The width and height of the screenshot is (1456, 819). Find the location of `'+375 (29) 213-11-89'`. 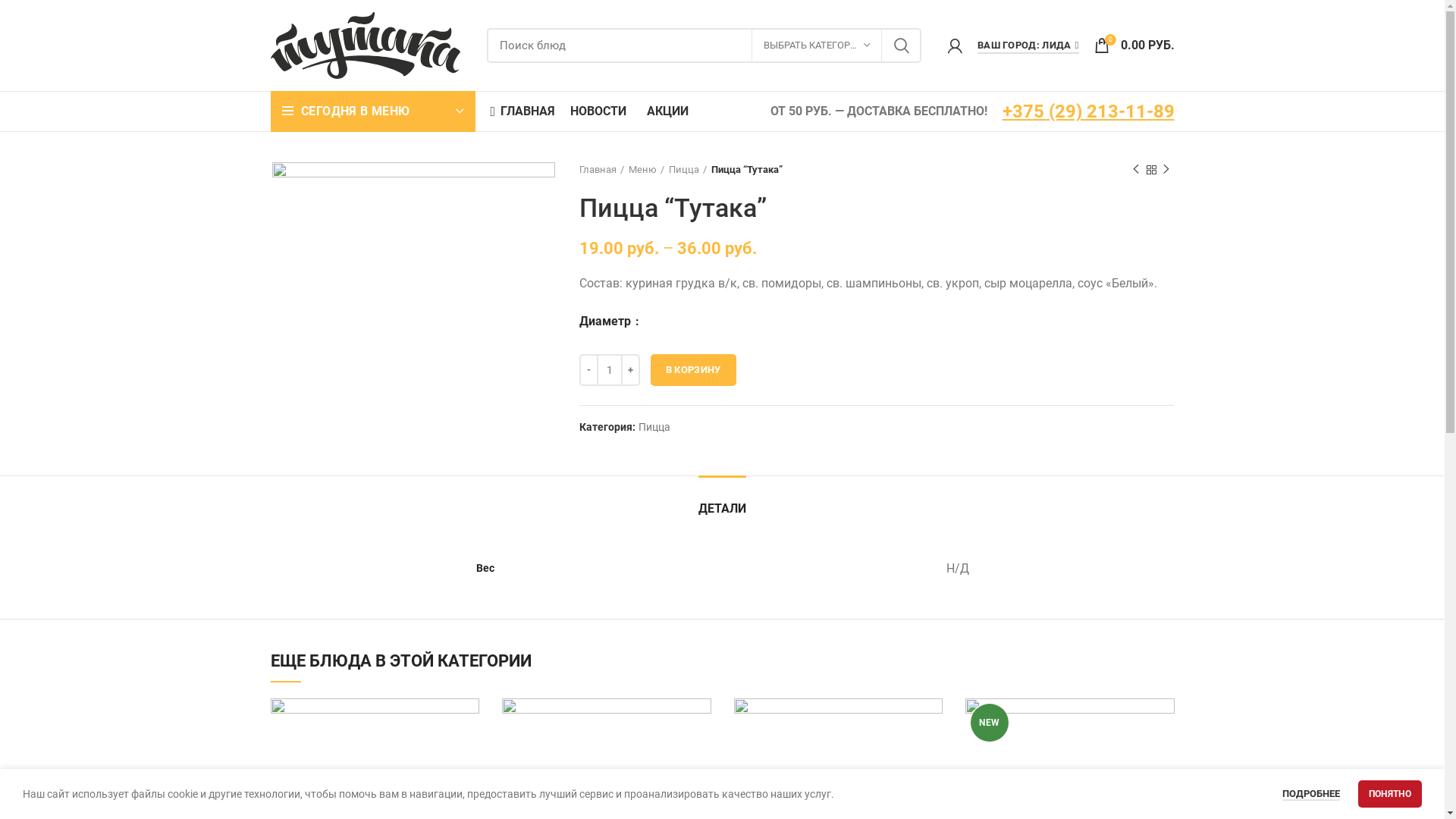

'+375 (29) 213-11-89' is located at coordinates (1087, 110).